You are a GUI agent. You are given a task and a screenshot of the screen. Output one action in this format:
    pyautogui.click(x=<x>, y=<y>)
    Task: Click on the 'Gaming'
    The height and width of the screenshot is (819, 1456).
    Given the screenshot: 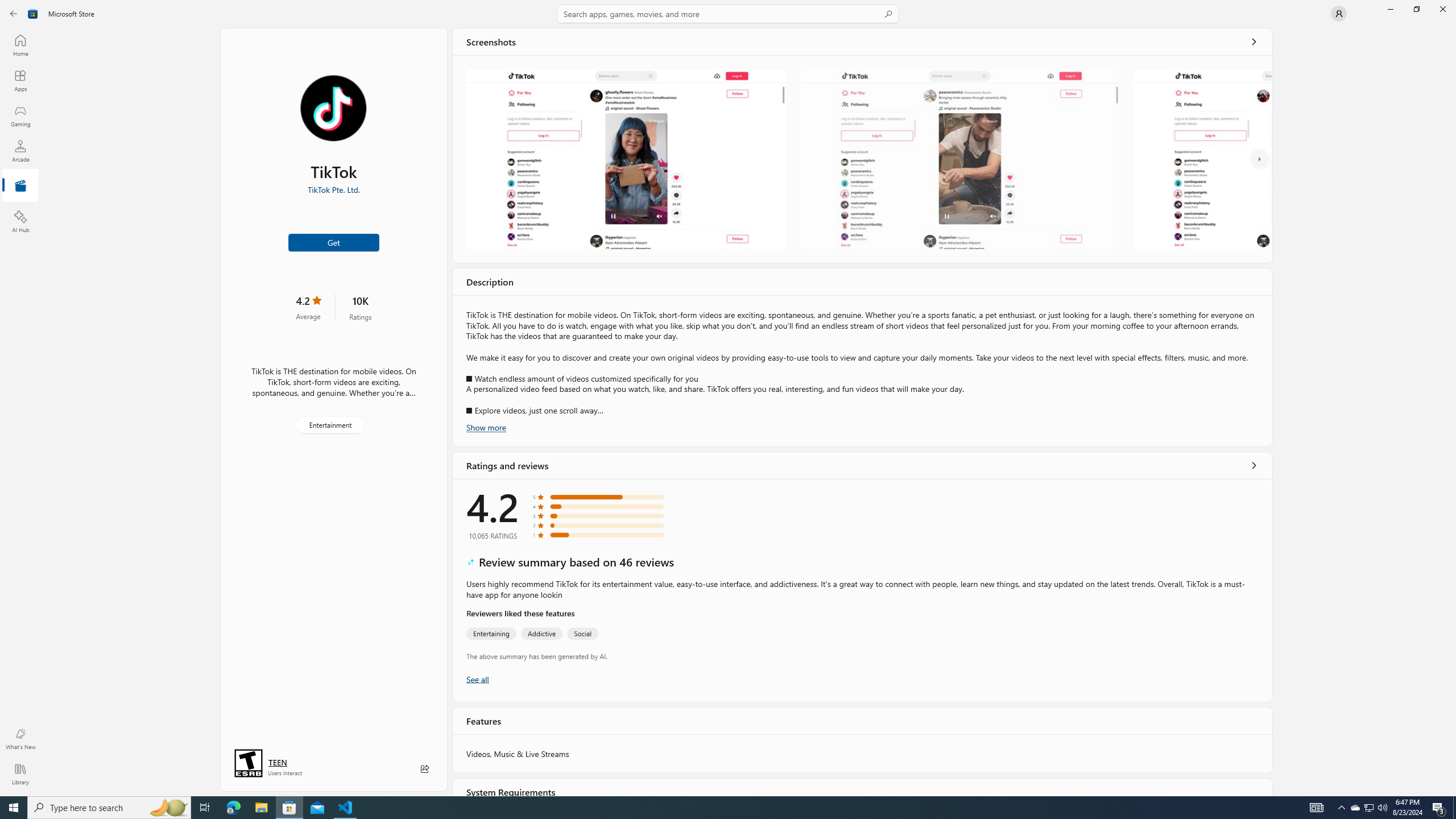 What is the action you would take?
    pyautogui.click(x=19, y=115)
    